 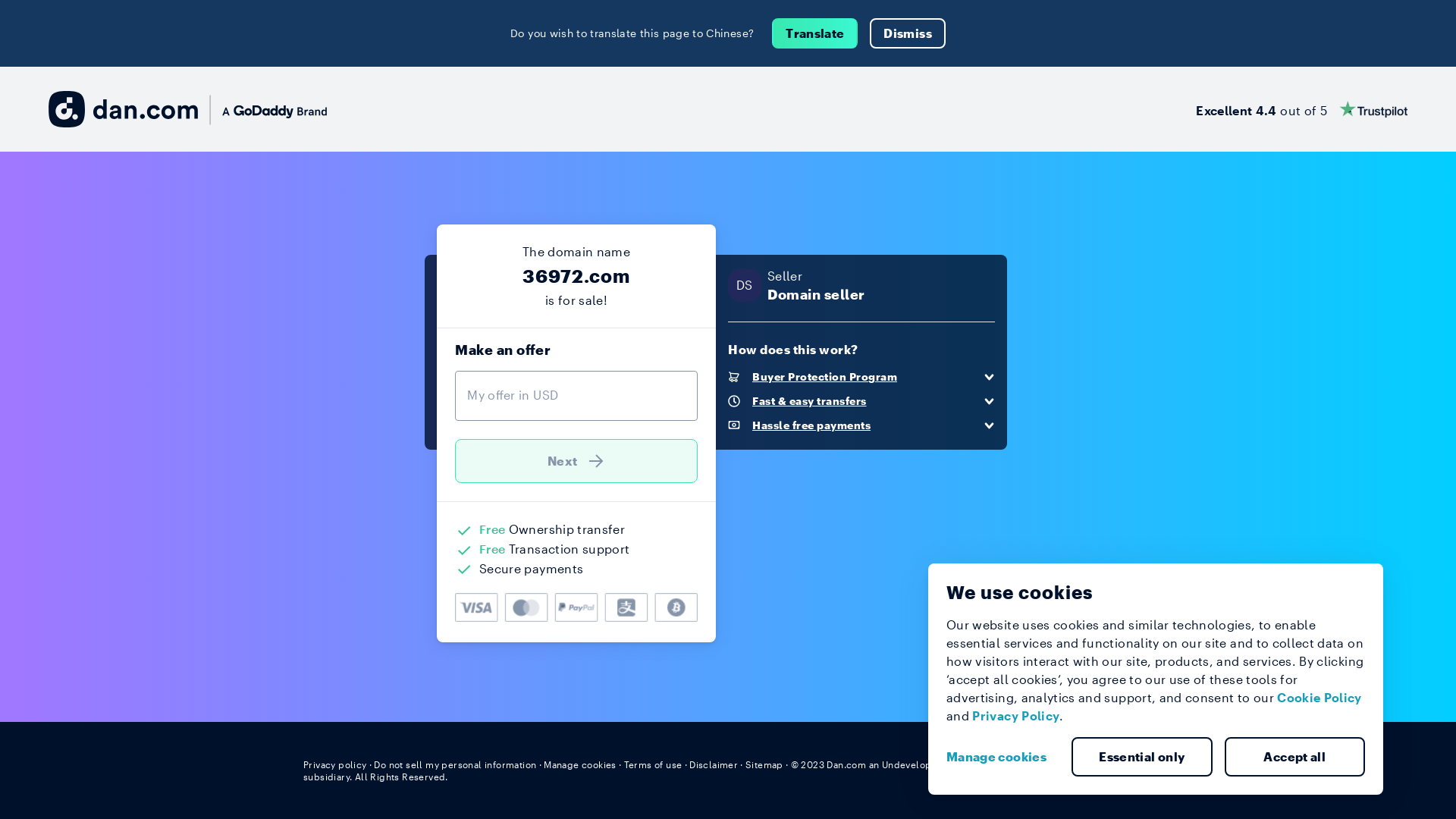 I want to click on 'Privacy policy', so click(x=334, y=764).